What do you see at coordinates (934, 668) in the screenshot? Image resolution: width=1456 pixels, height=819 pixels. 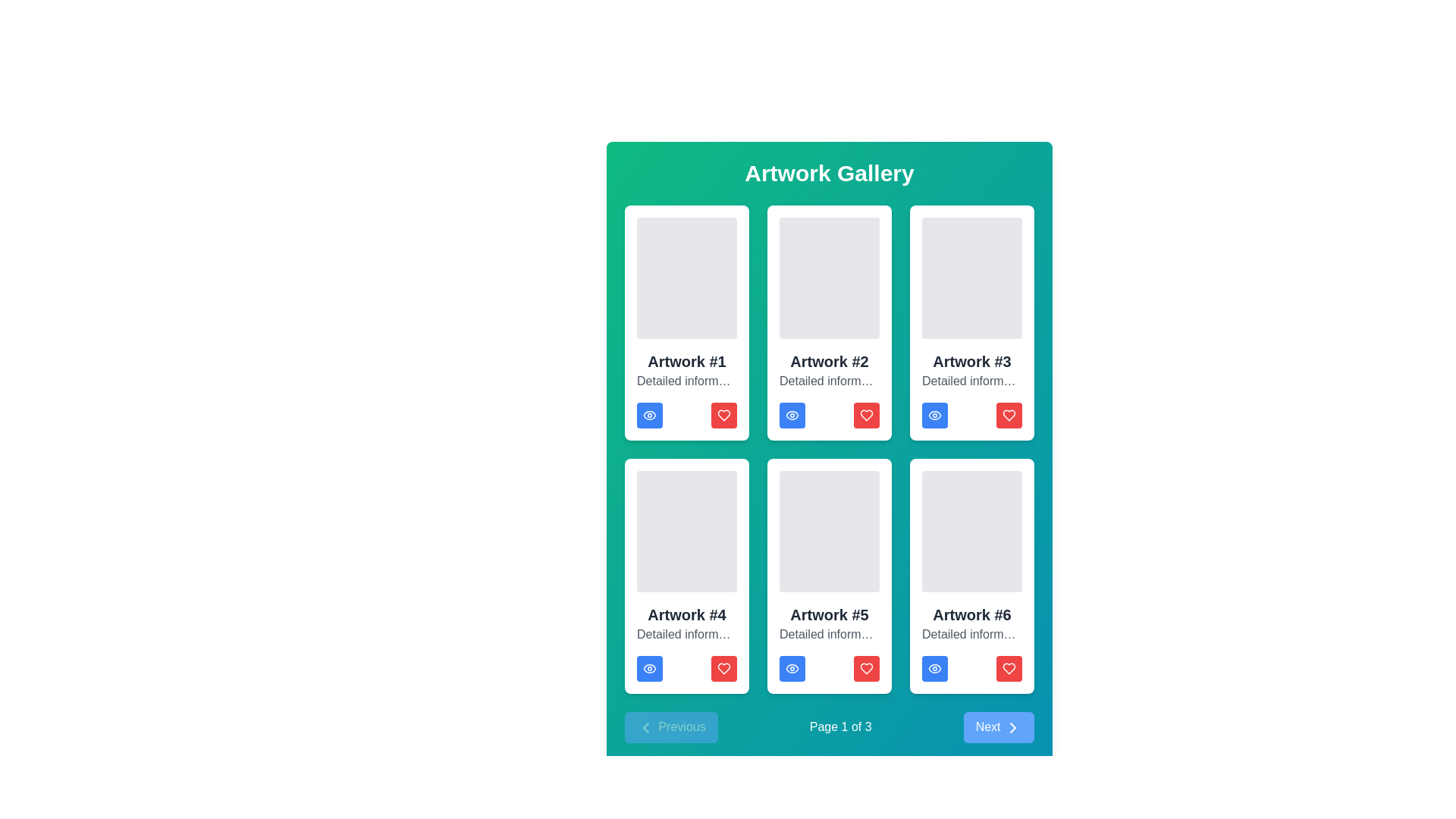 I see `the eye icon in the lower-left button group of the 'Artwork #6' card` at bounding box center [934, 668].